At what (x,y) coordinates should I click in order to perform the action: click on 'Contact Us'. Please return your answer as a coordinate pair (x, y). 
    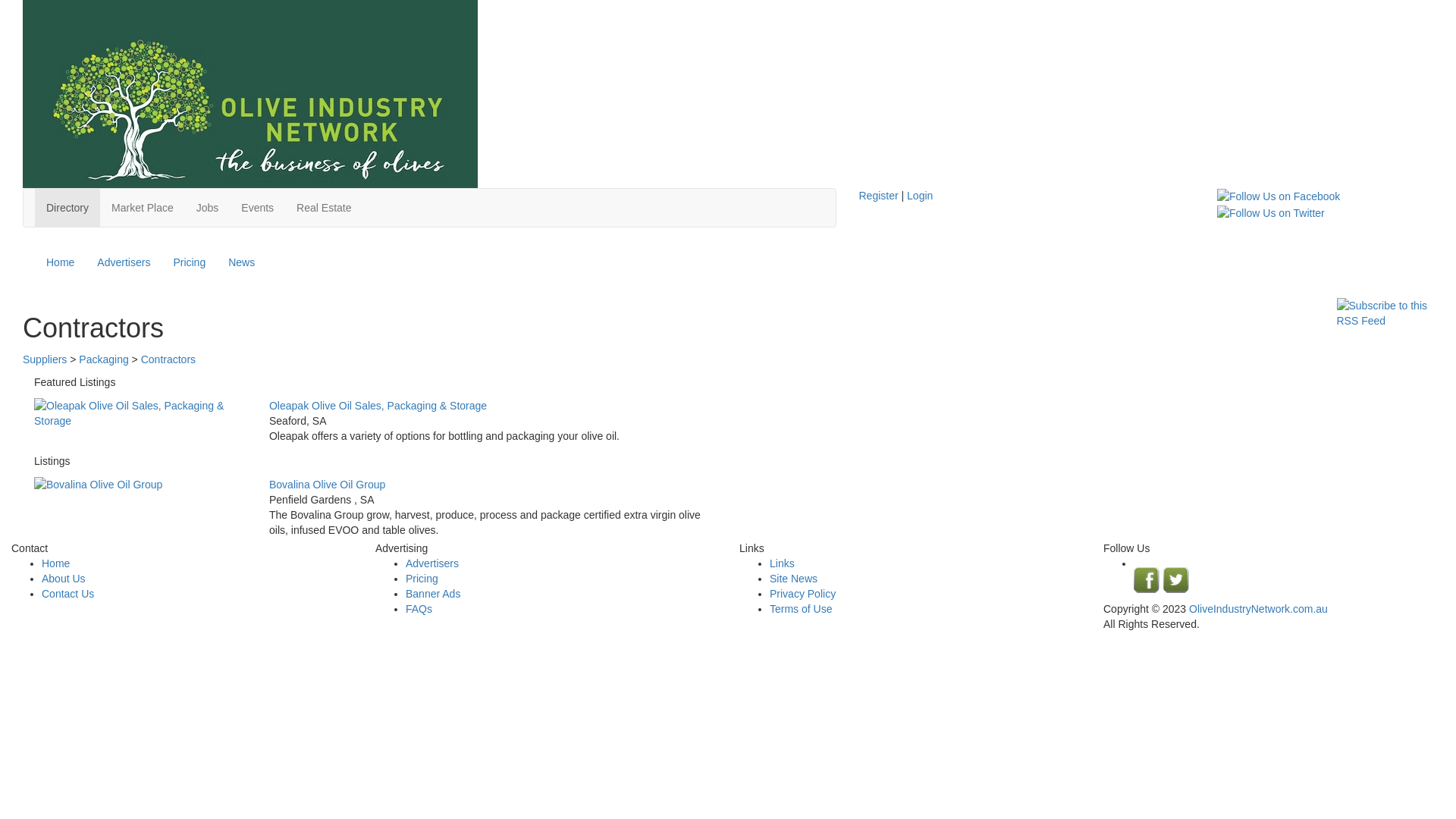
    Looking at the image, I should click on (67, 593).